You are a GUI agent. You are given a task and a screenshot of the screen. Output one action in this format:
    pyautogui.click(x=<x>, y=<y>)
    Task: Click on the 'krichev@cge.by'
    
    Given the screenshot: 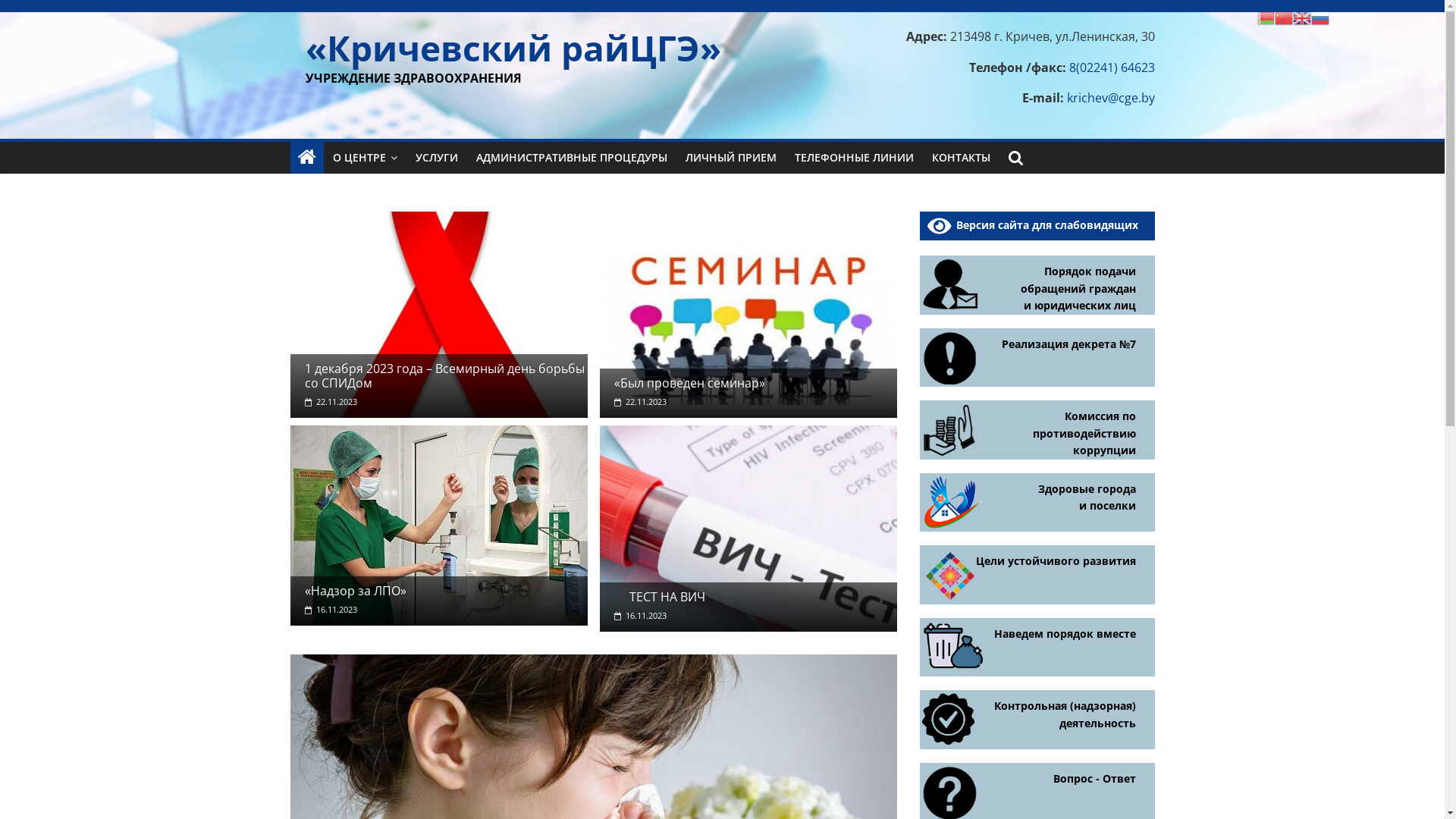 What is the action you would take?
    pyautogui.click(x=1110, y=97)
    